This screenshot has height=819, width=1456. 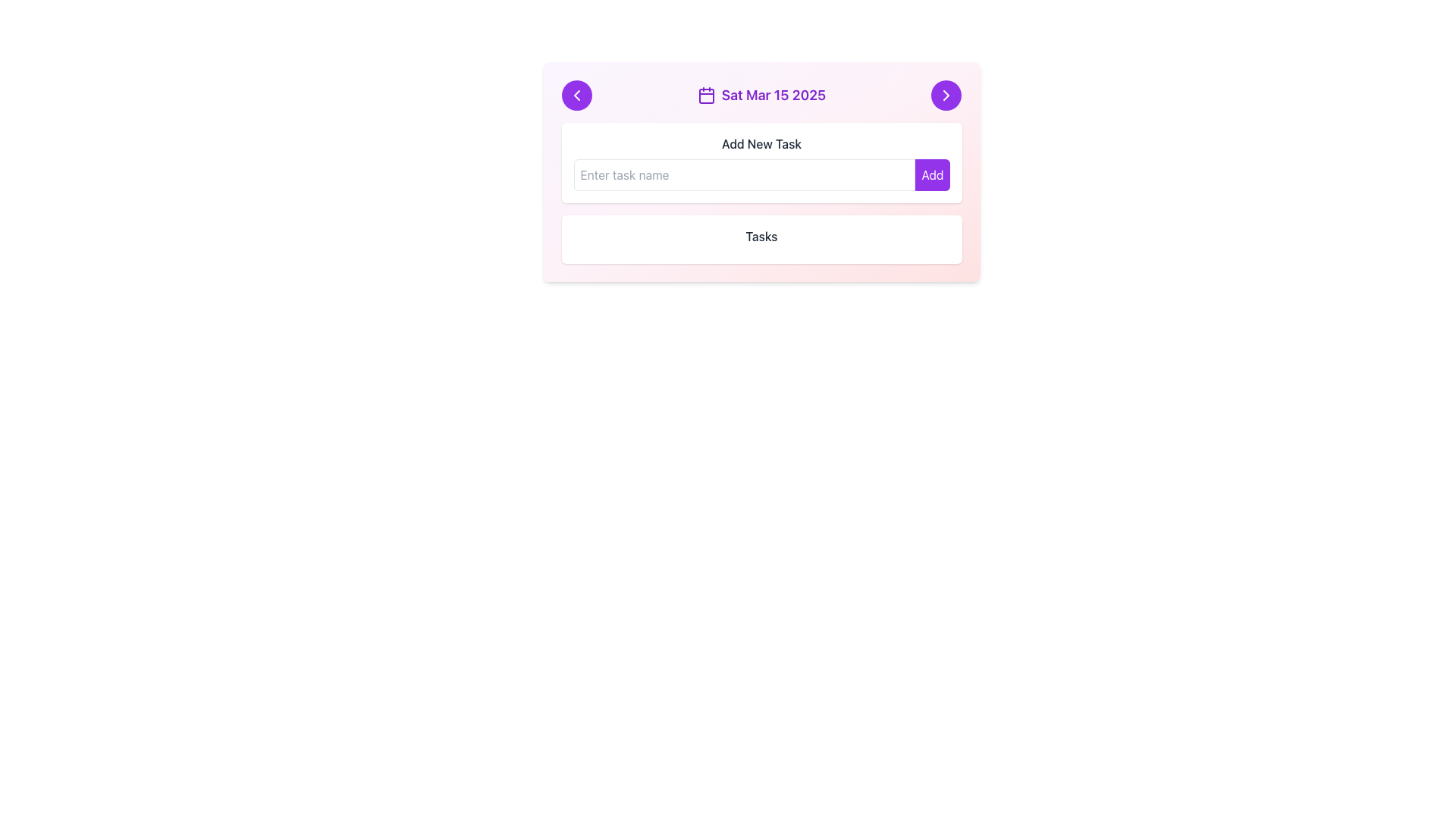 What do you see at coordinates (576, 96) in the screenshot?
I see `the circular button with a purple background and a white left-facing chevron icon to trigger the hover effect that darkens its background color` at bounding box center [576, 96].